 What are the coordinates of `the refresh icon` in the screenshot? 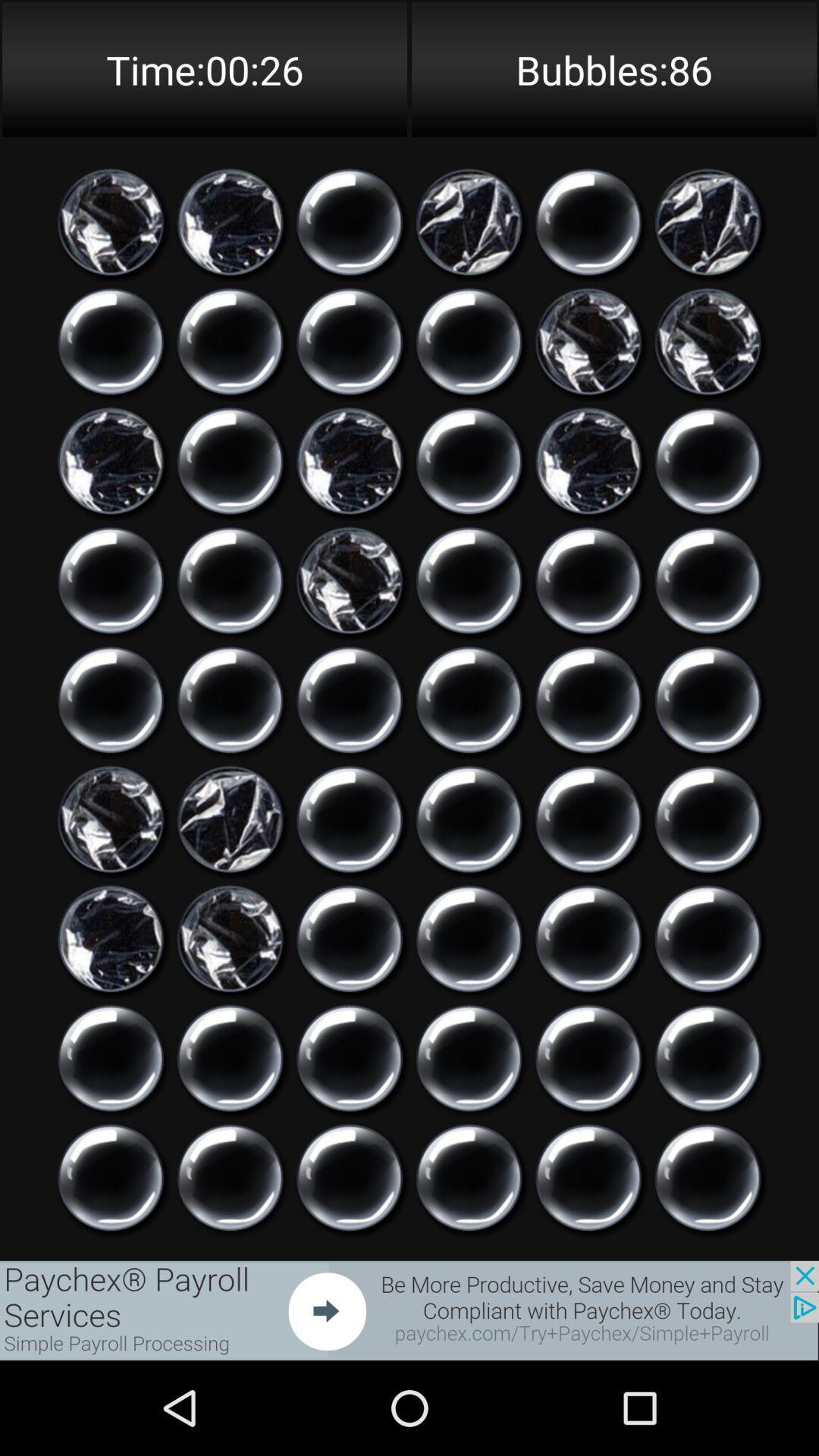 It's located at (708, 1132).